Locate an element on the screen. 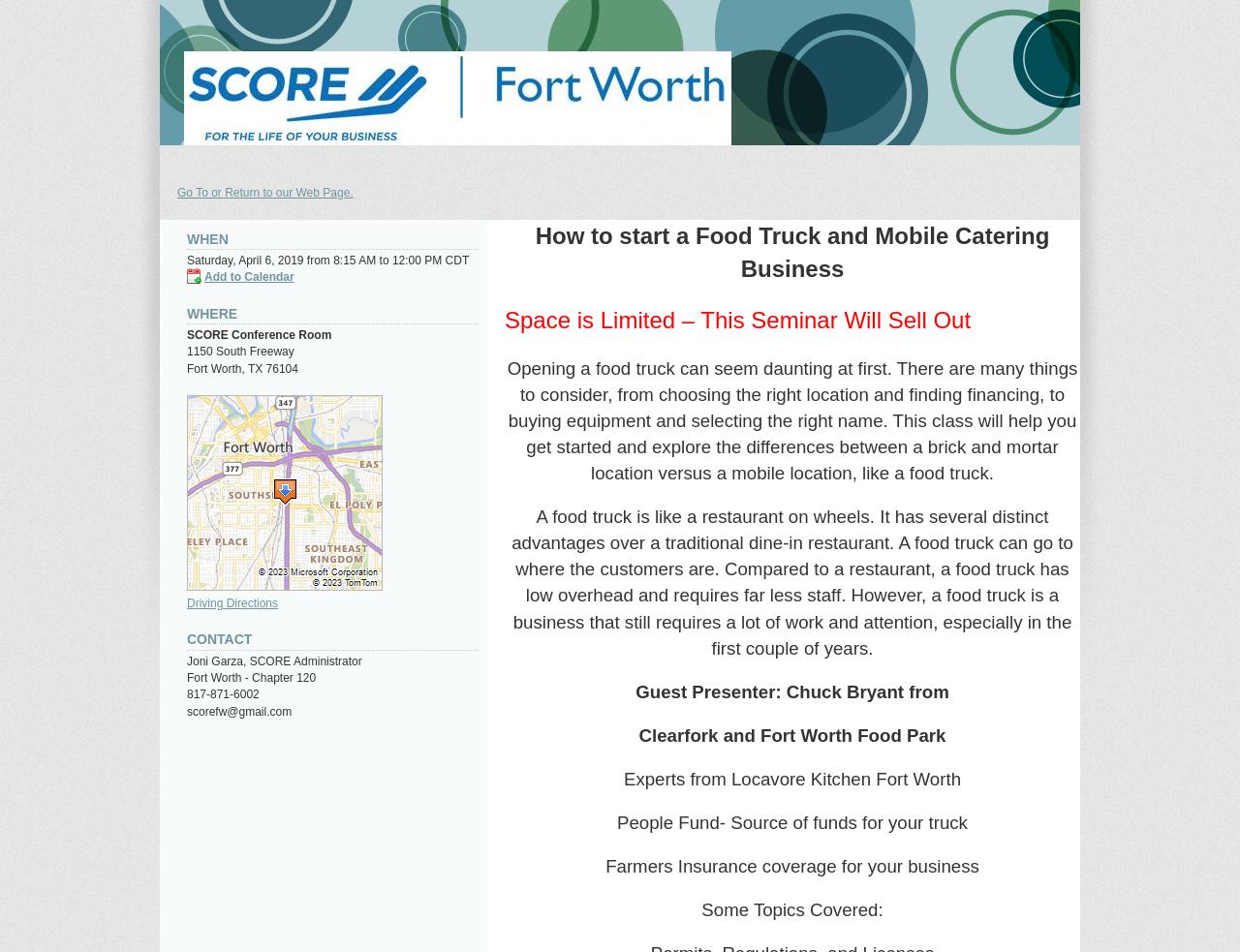  'Joni Garza, SCORE Administrator' is located at coordinates (273, 660).